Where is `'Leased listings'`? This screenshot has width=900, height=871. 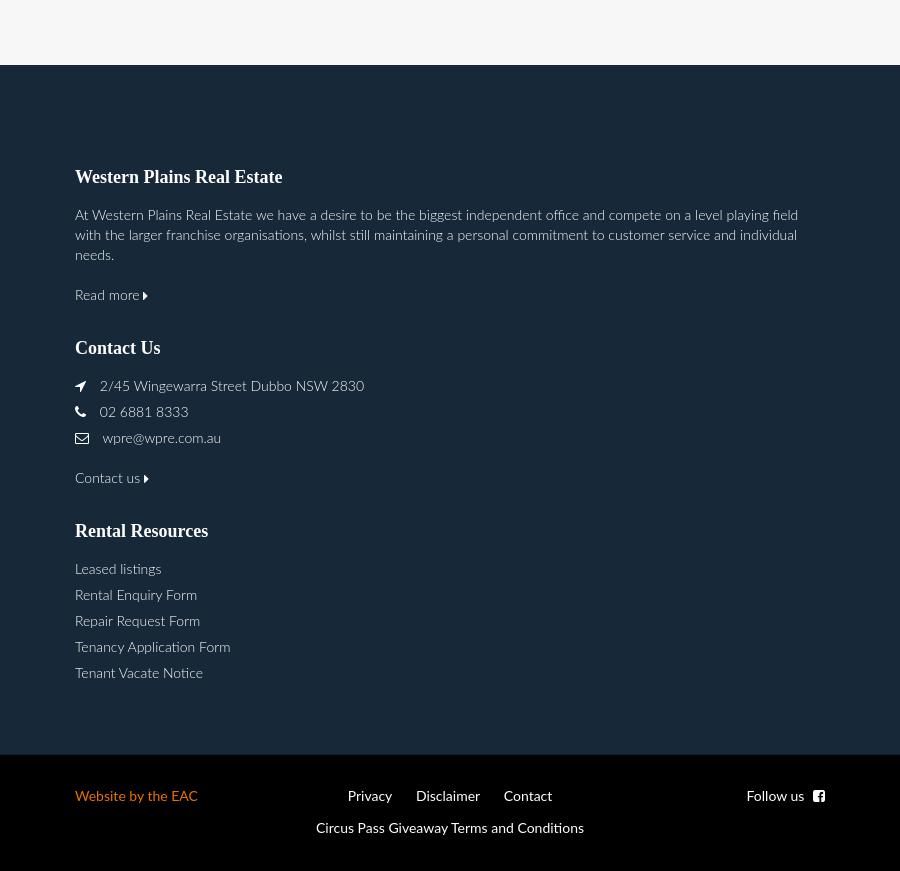
'Leased listings' is located at coordinates (73, 569).